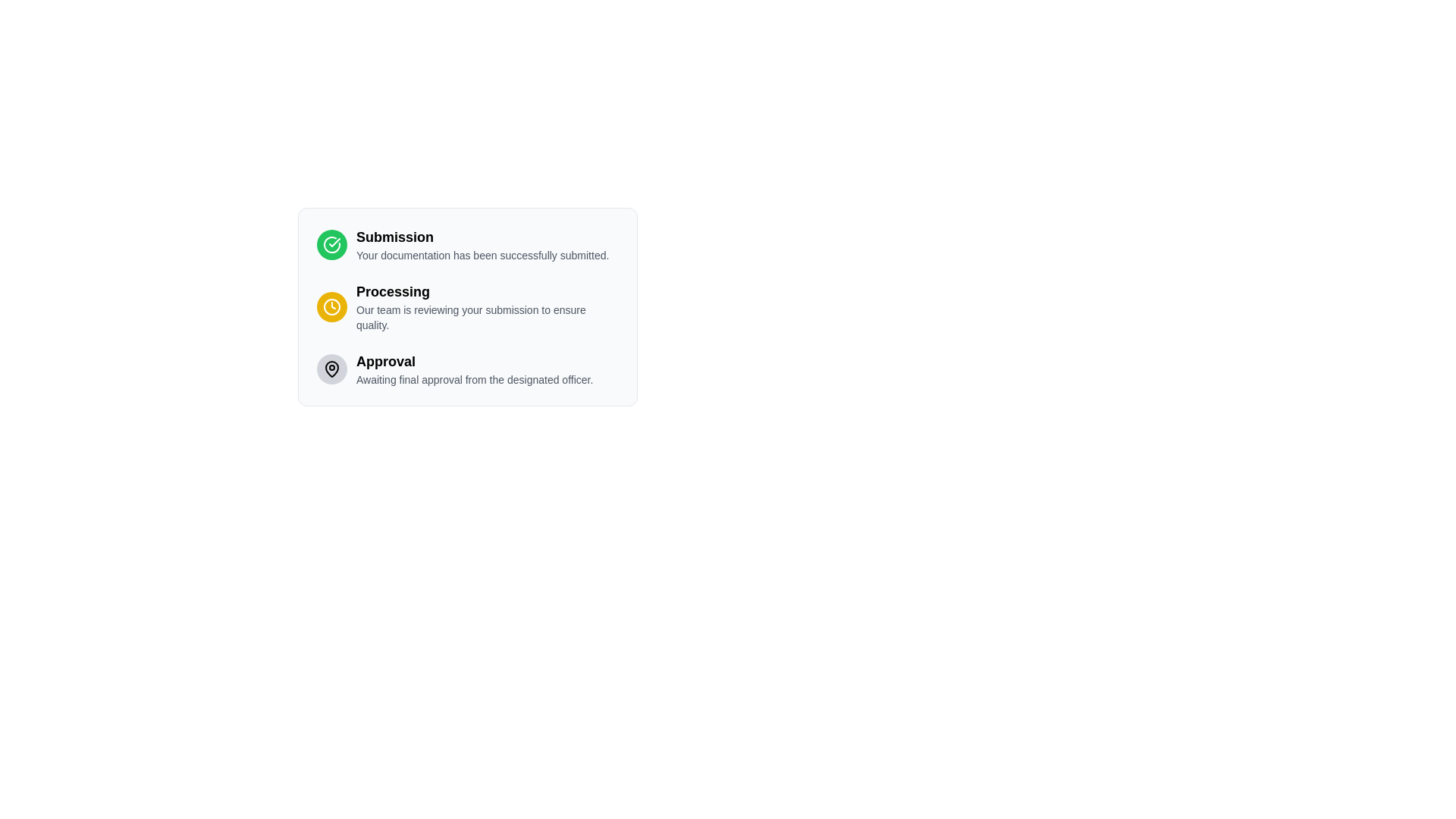  Describe the element at coordinates (467, 307) in the screenshot. I see `the Information Block that consists of three sections labeled 'Submission', 'Processing', and 'Approval', each with distinct icons and descriptive text` at that location.